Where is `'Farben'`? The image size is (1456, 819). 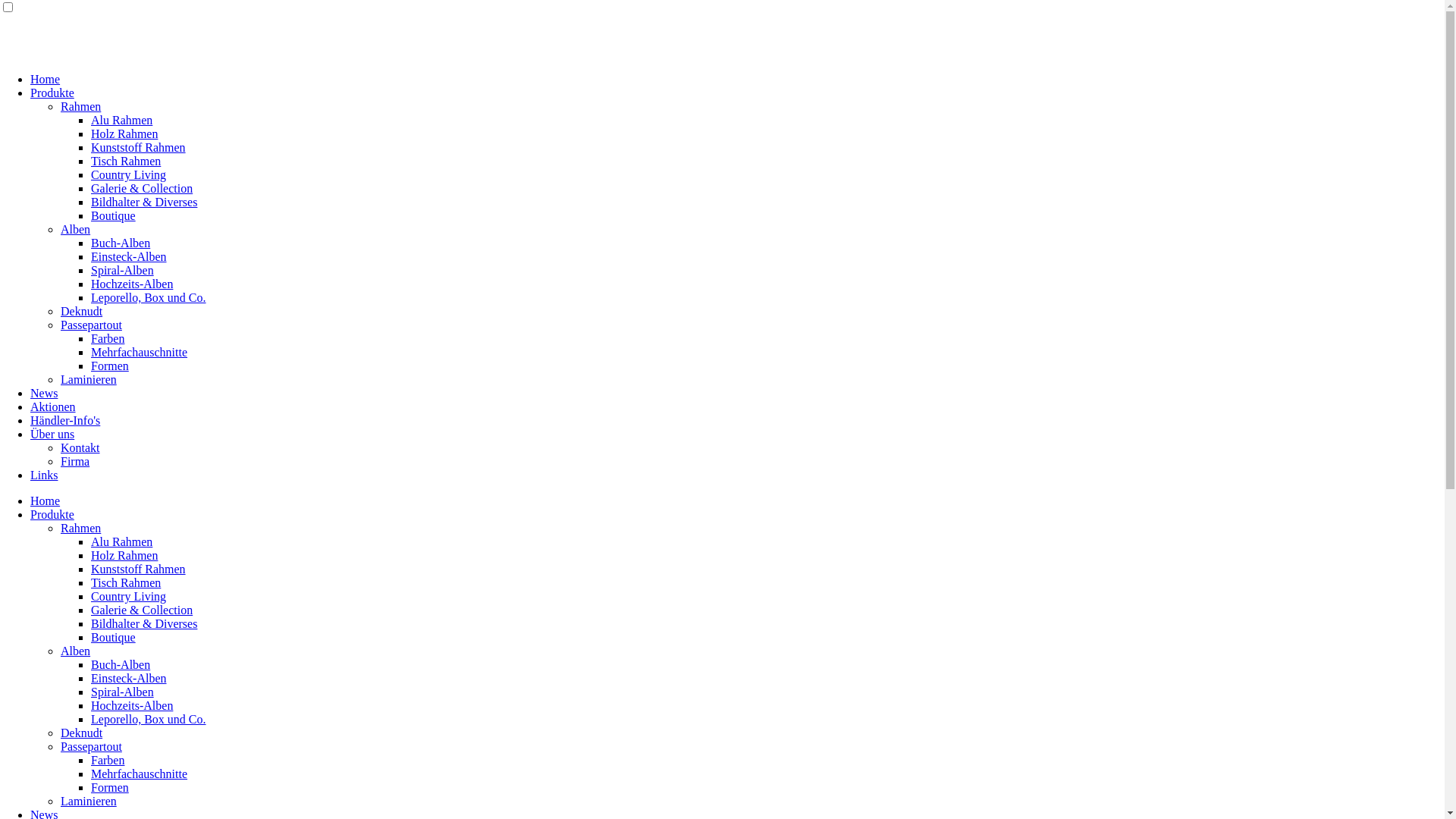 'Farben' is located at coordinates (107, 337).